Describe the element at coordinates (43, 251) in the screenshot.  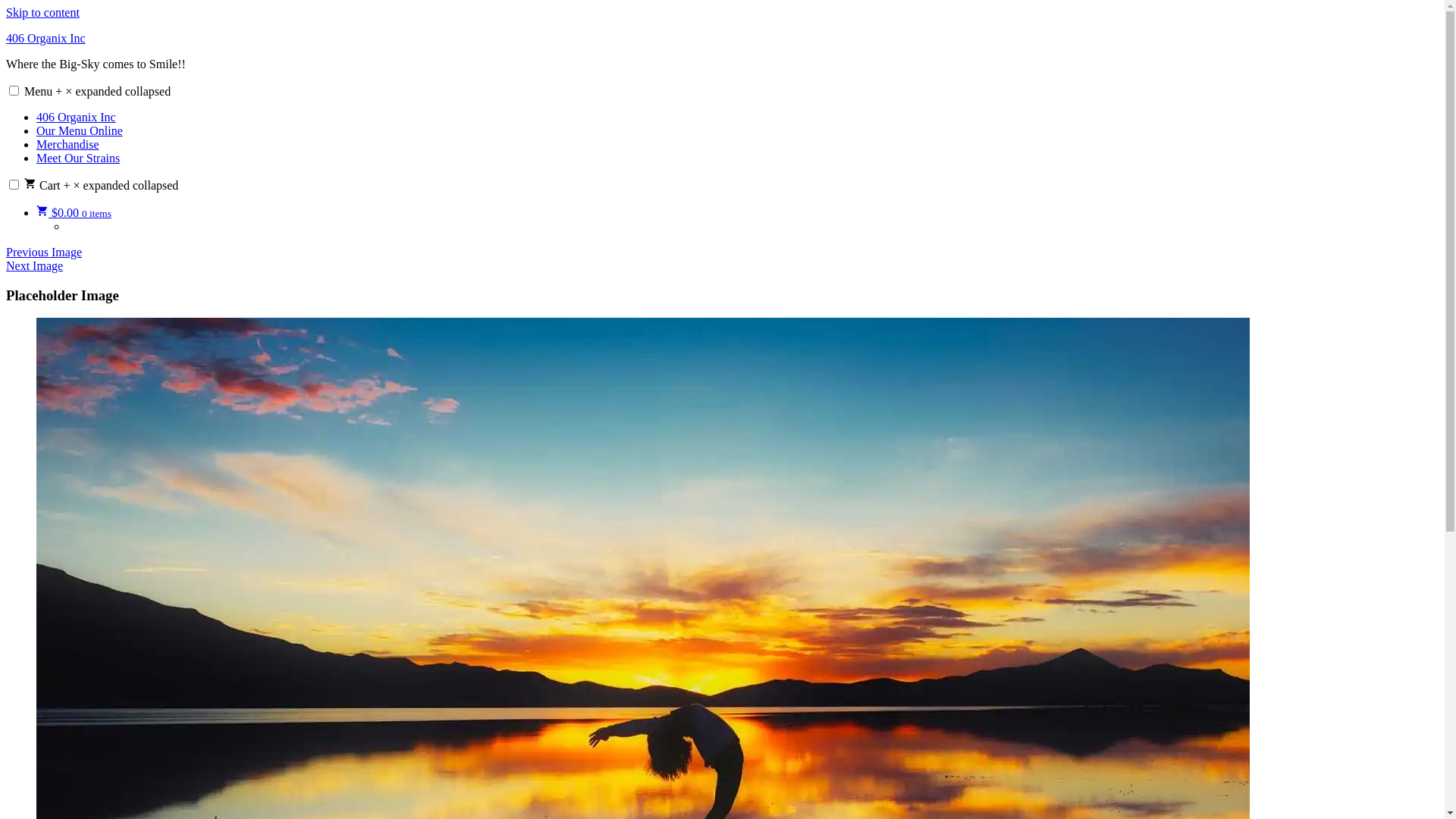
I see `'Previous Image'` at that location.